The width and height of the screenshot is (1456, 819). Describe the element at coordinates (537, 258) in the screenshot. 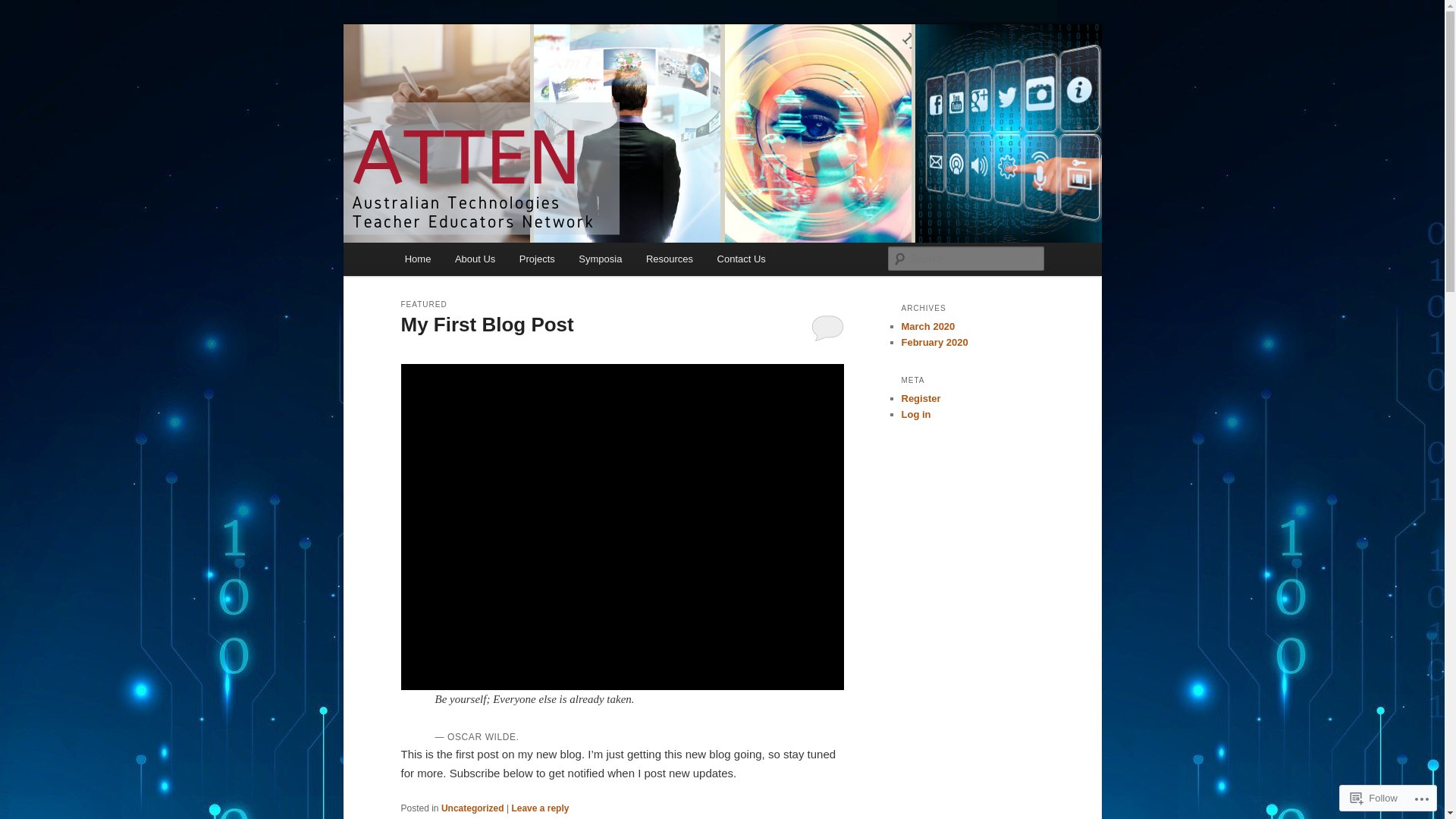

I see `'Projects'` at that location.